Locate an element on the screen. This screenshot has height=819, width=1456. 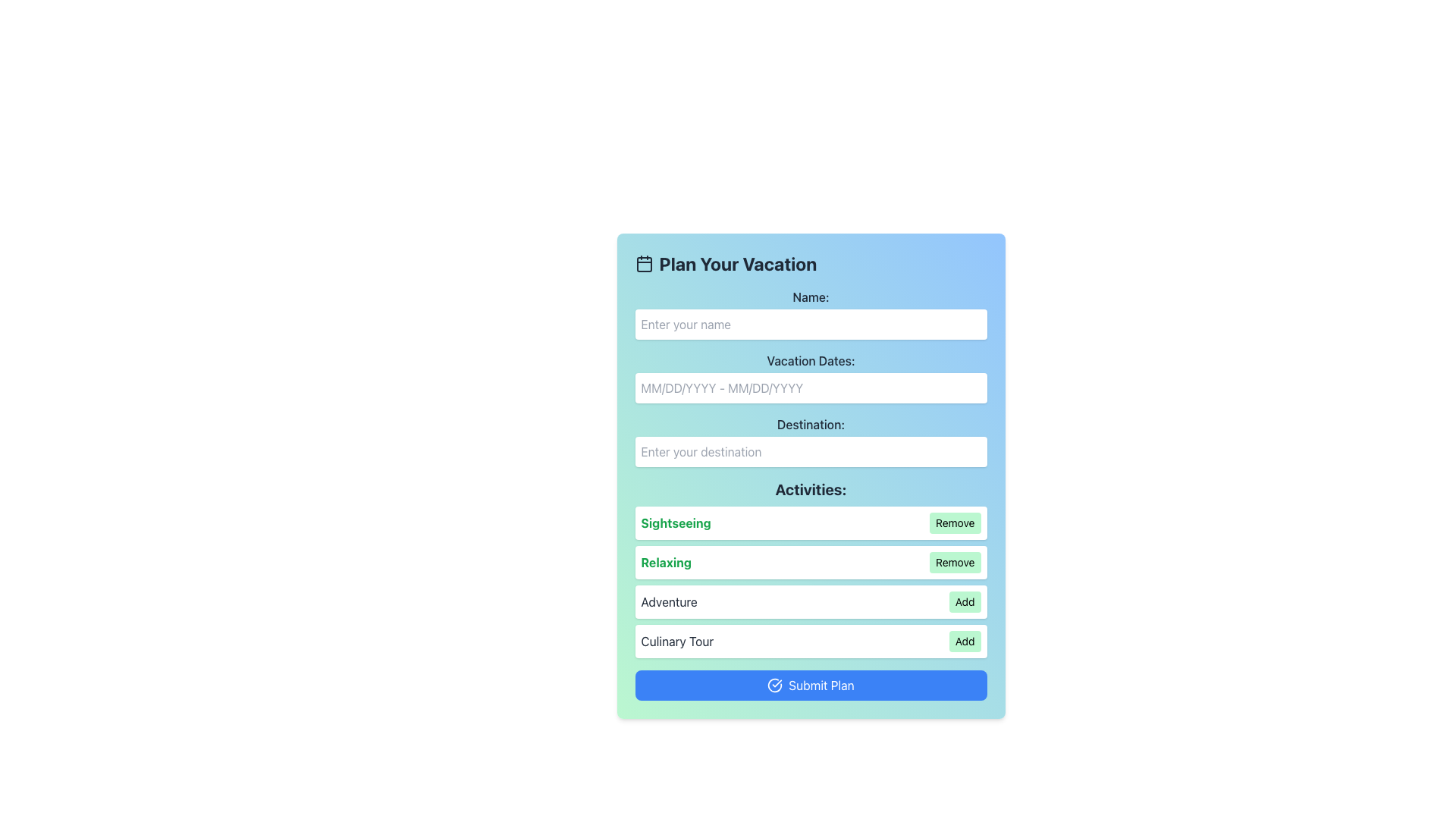
the header text with a decorative calendar icon that introduces the vacation planning form, located at the top of the interface is located at coordinates (810, 262).